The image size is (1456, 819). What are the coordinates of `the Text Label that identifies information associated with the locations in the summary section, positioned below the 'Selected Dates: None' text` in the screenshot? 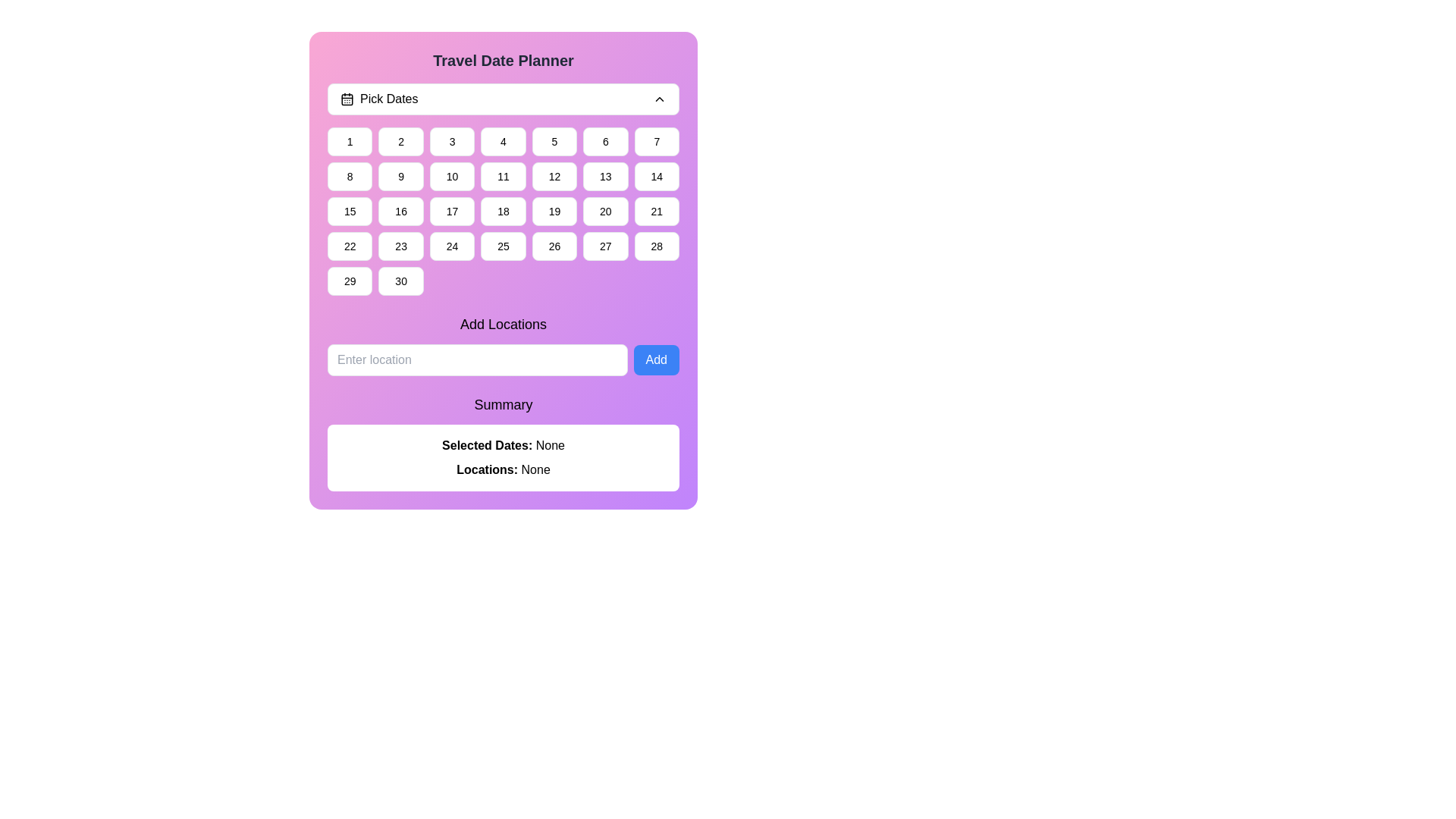 It's located at (488, 469).